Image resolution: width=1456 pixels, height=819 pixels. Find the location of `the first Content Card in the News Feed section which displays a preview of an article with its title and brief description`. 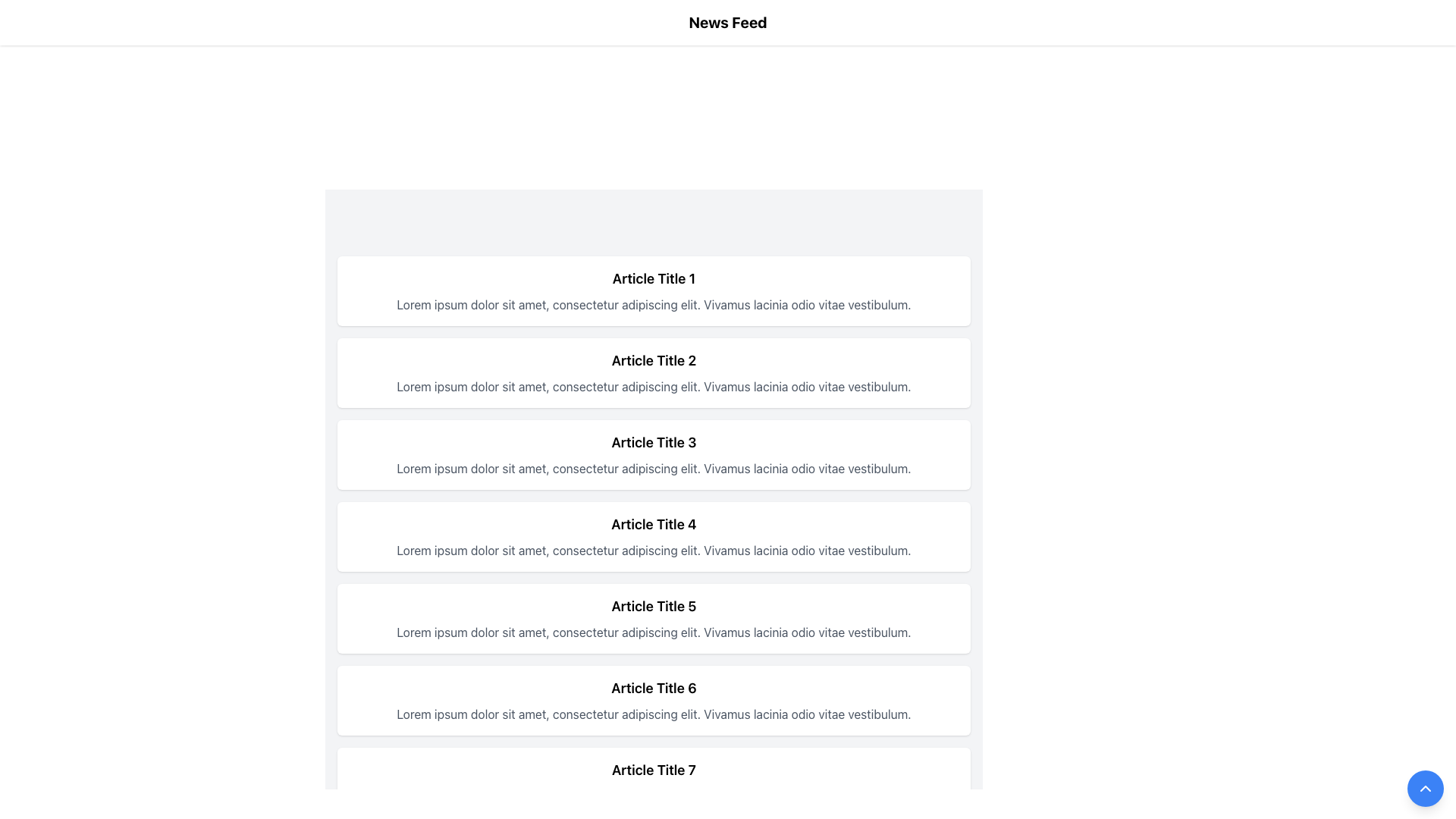

the first Content Card in the News Feed section which displays a preview of an article with its title and brief description is located at coordinates (654, 291).